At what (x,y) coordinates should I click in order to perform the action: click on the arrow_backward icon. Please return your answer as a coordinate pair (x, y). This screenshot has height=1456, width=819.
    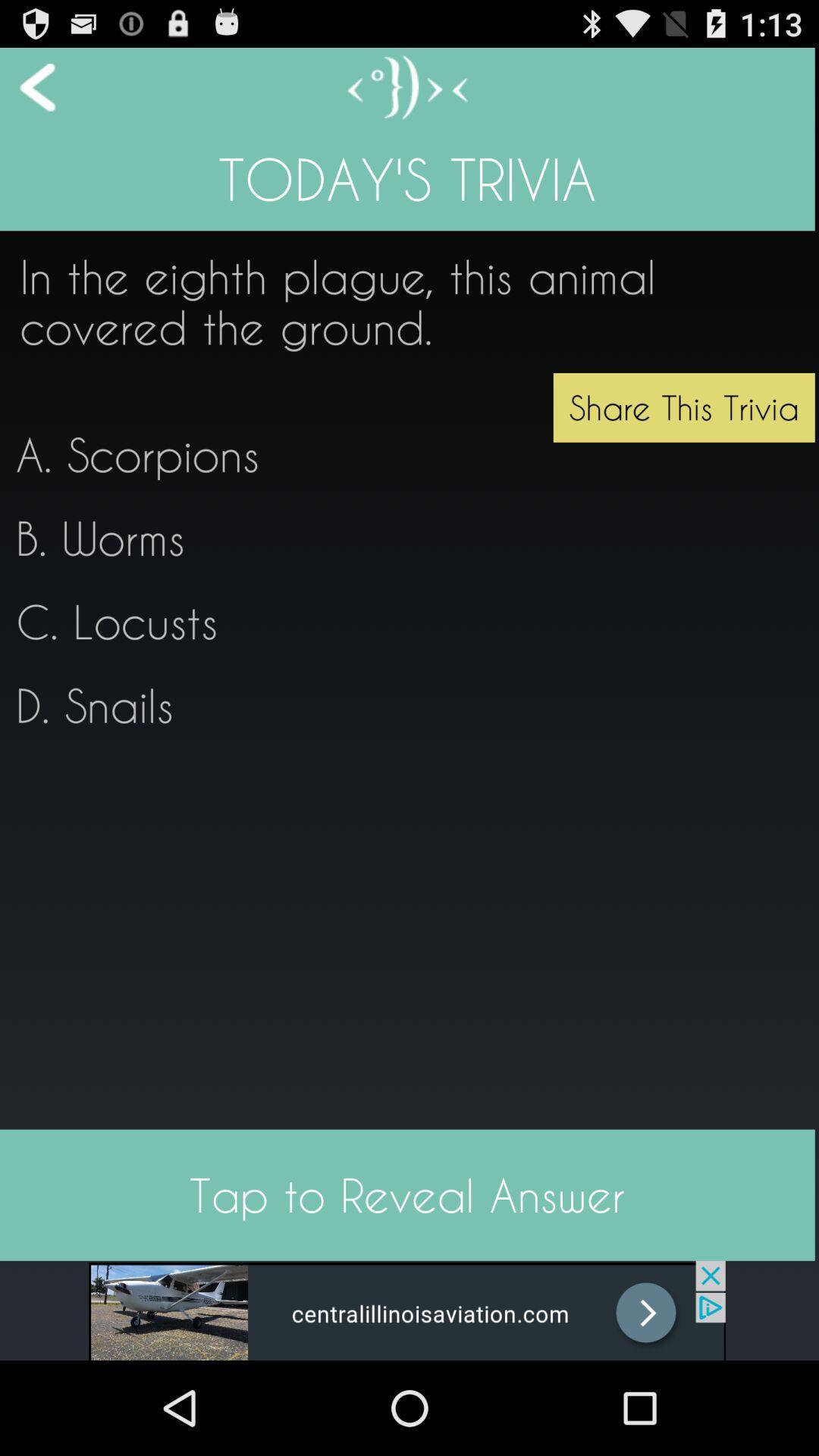
    Looking at the image, I should click on (27, 93).